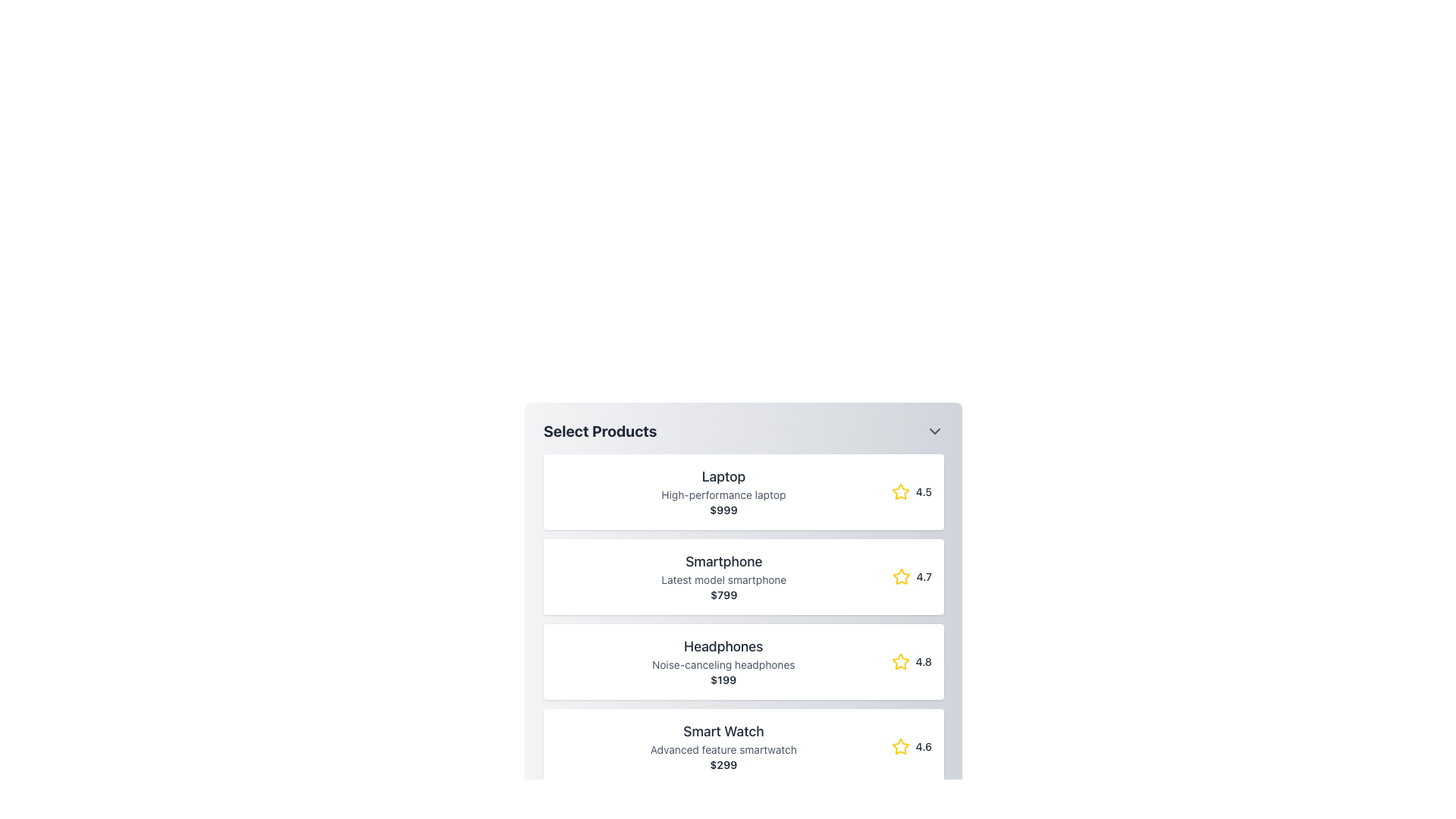  I want to click on the star icon representing the rating for the 'Smart Watch' product, which indicates a user rating of '4.6', so click(900, 745).